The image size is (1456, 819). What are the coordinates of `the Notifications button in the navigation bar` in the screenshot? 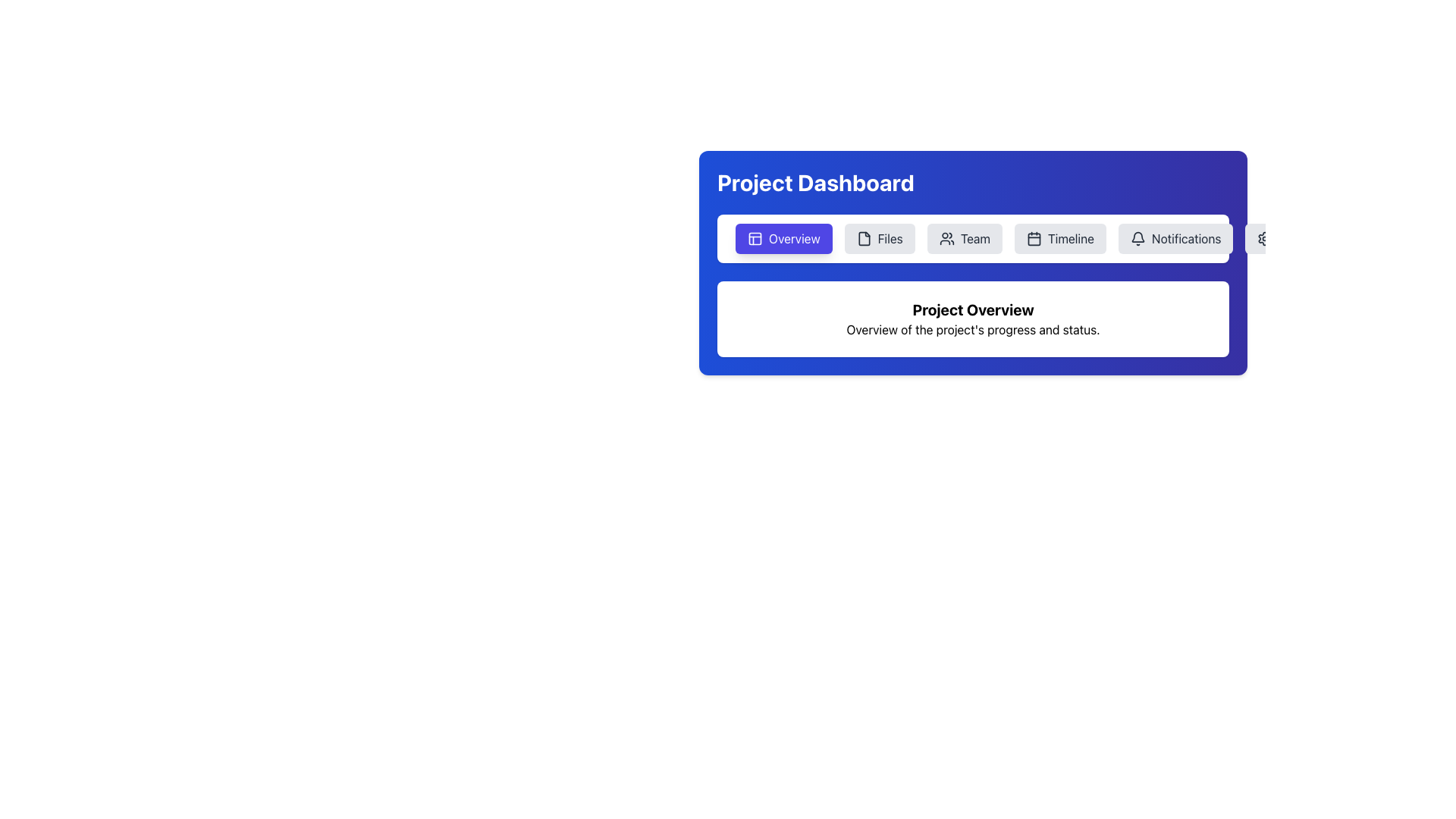 It's located at (1175, 239).